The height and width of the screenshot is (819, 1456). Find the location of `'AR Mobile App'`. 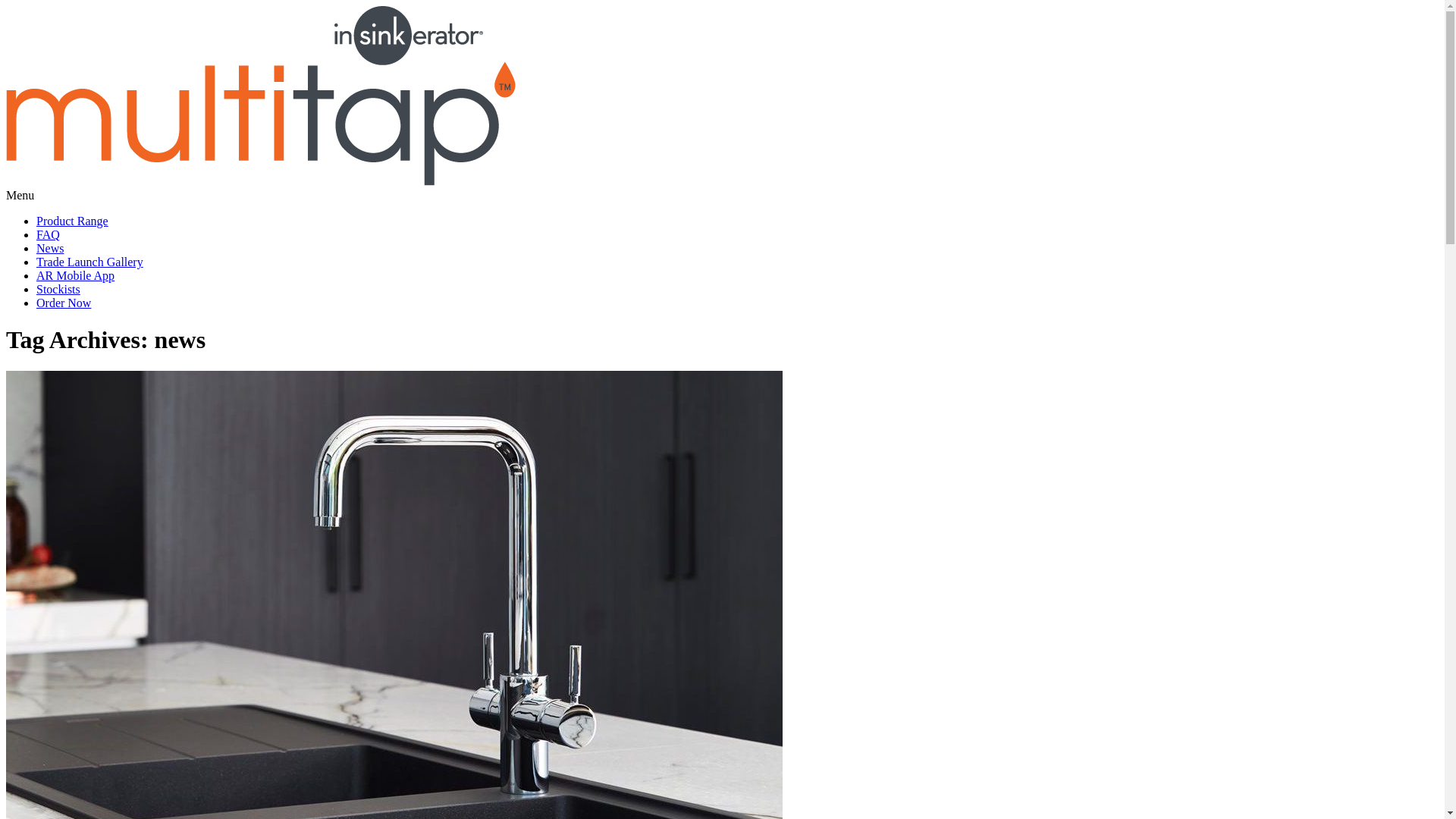

'AR Mobile App' is located at coordinates (74, 275).